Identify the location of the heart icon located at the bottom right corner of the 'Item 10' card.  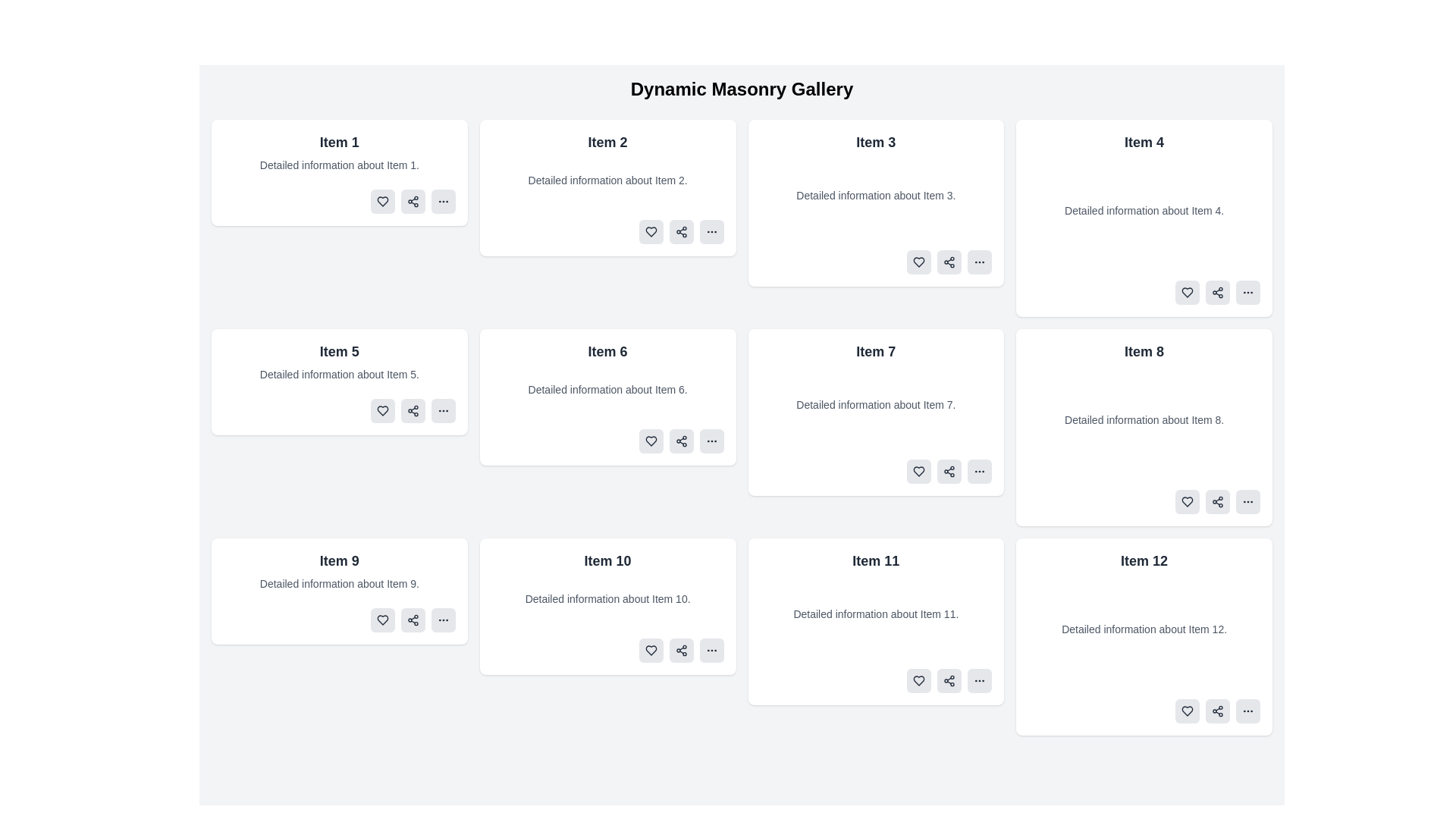
(651, 649).